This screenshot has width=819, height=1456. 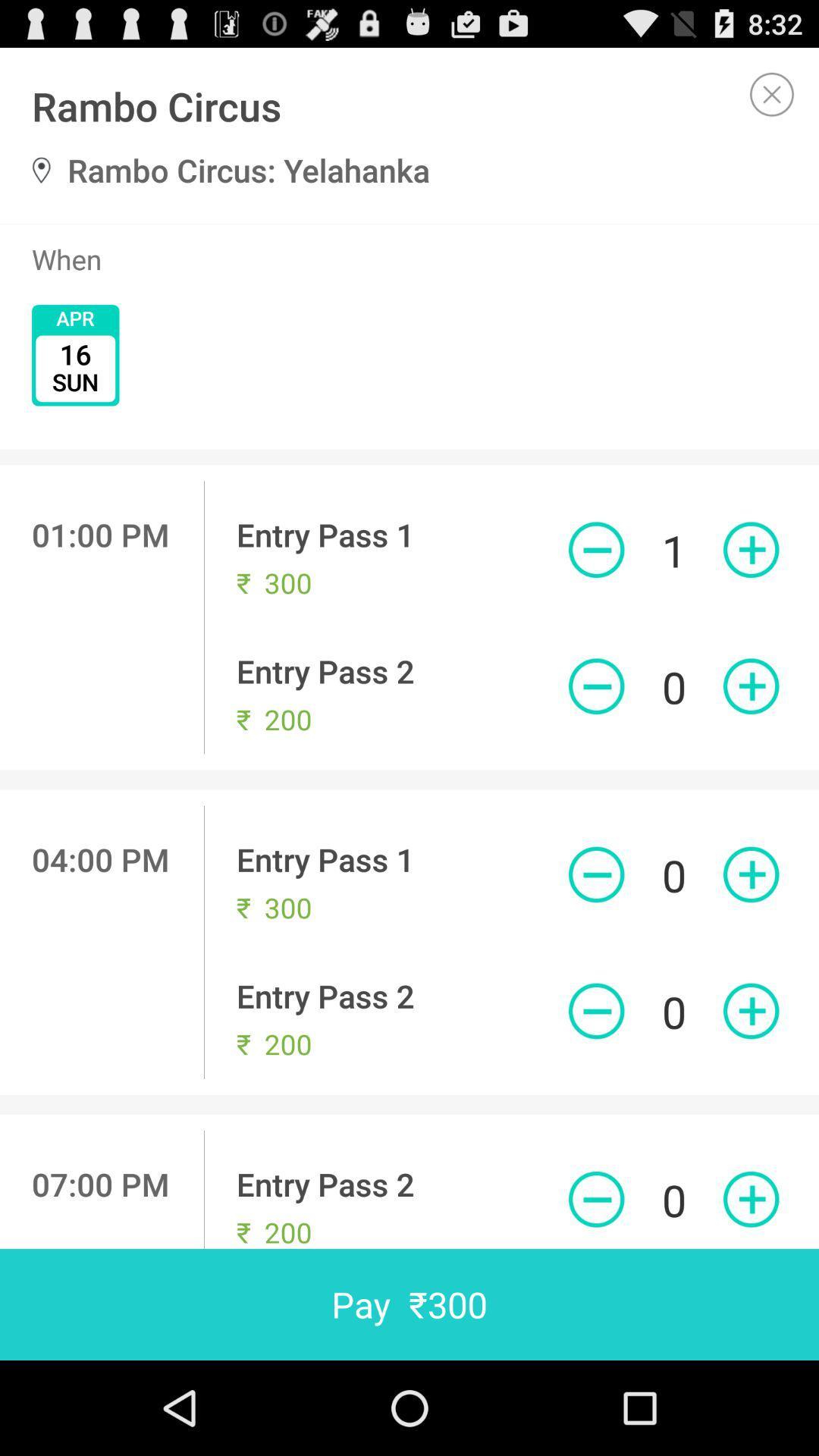 I want to click on click plus to select, so click(x=751, y=1198).